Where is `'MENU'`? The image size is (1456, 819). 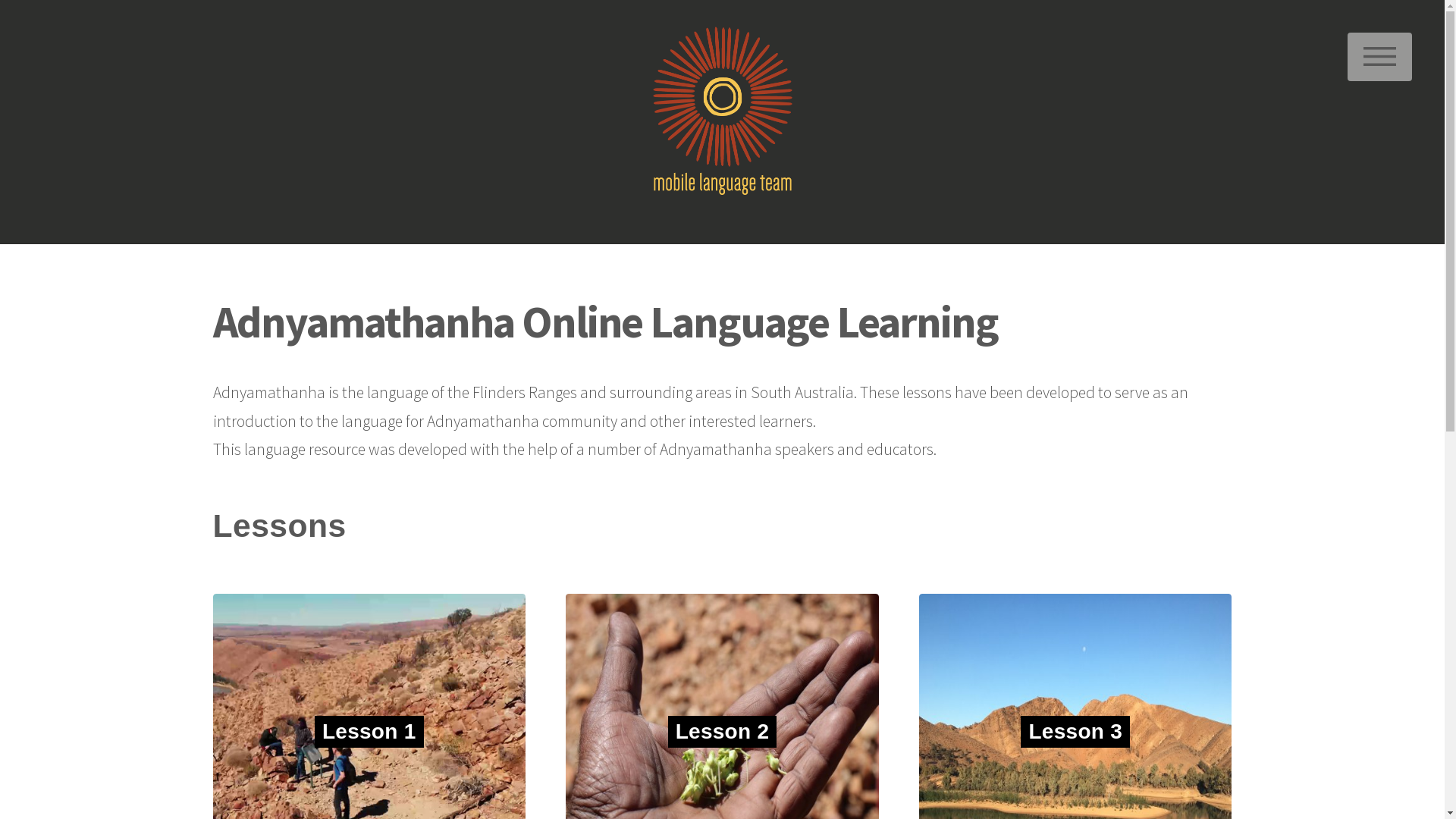 'MENU' is located at coordinates (1379, 55).